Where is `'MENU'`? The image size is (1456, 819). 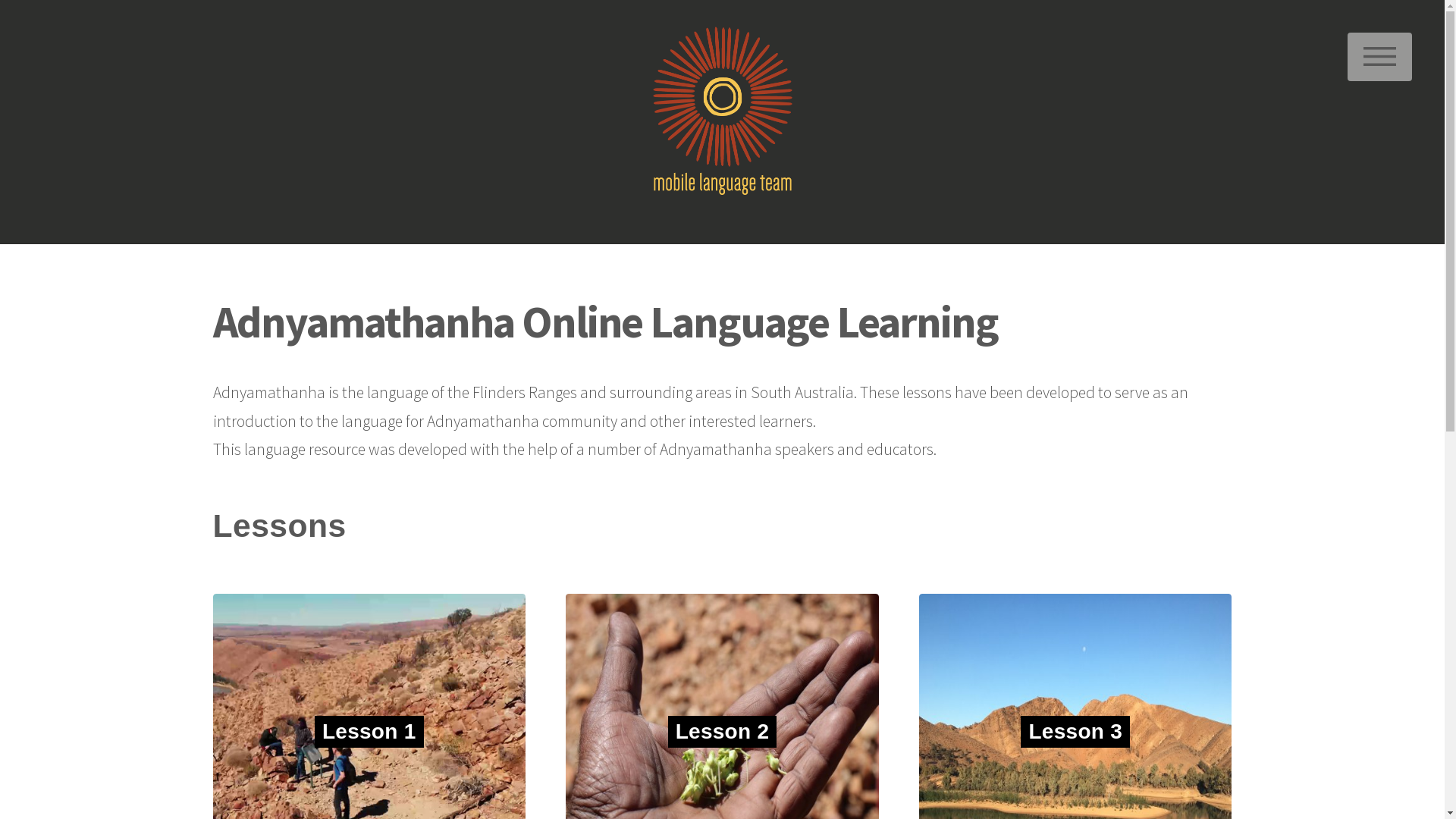 'MENU' is located at coordinates (1379, 55).